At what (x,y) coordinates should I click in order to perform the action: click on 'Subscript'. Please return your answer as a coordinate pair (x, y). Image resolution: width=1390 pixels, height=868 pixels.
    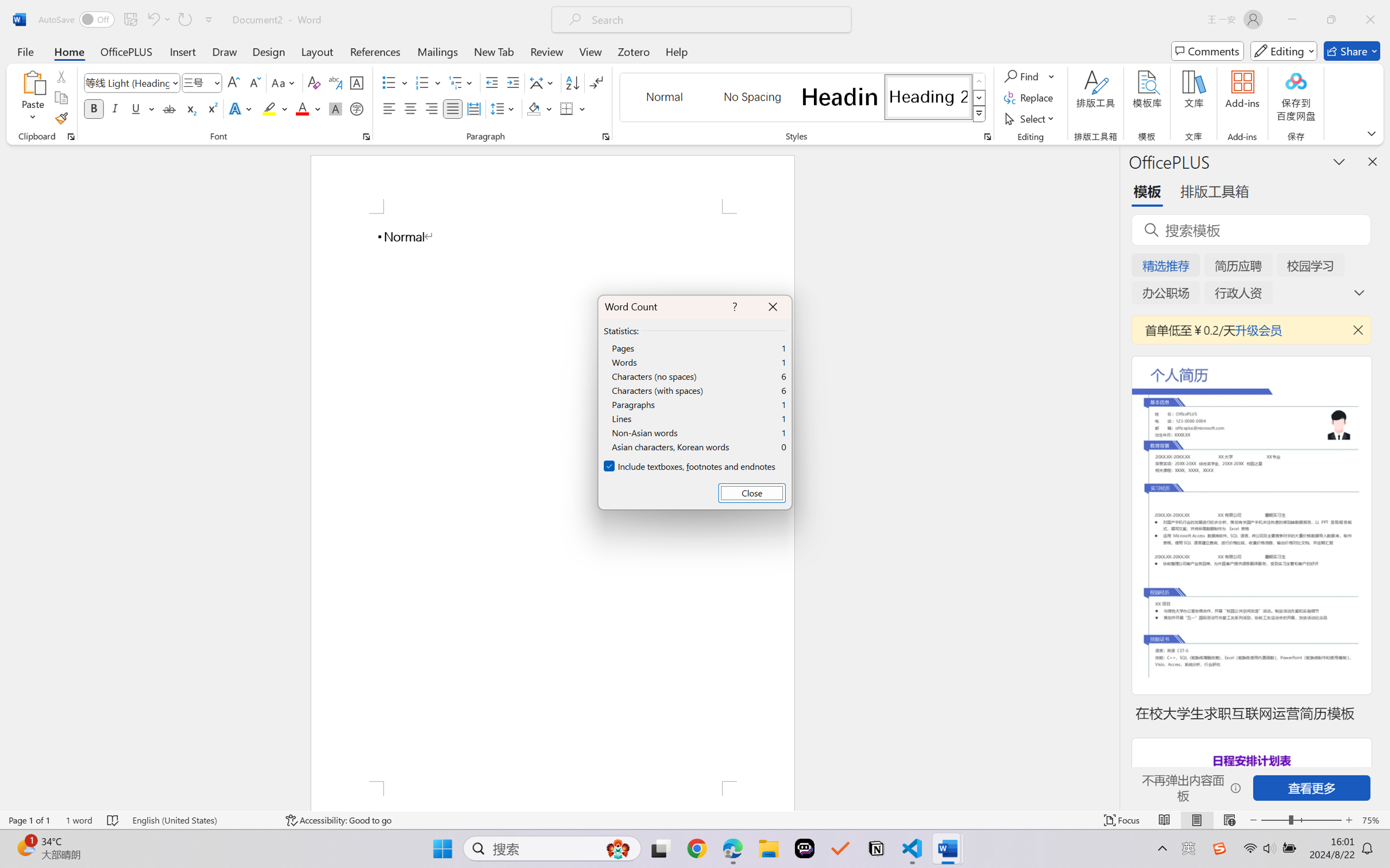
    Looking at the image, I should click on (190, 108).